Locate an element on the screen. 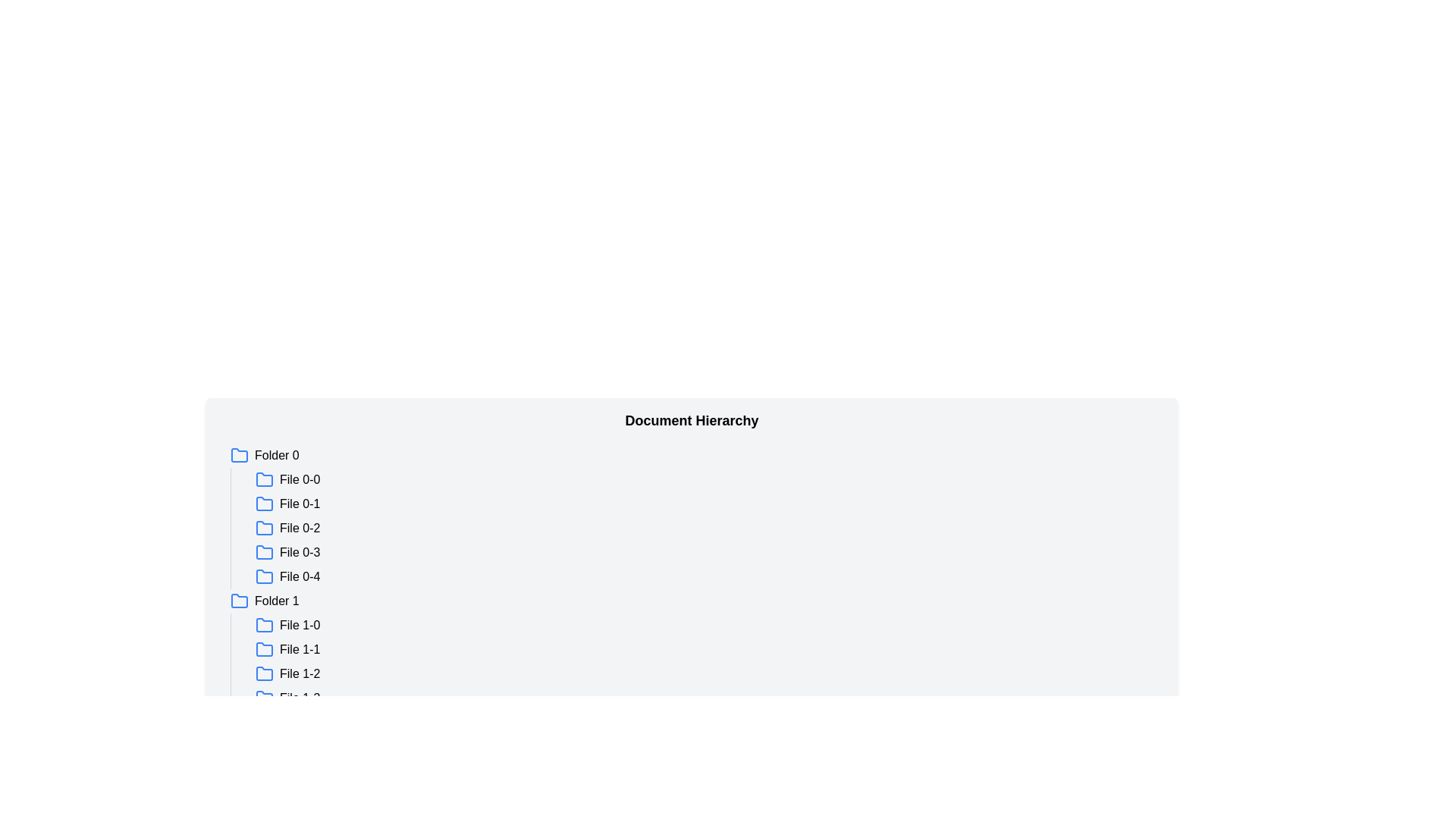  text of the label displaying 'File 0-0', which is positioned to the right of a blue folder icon, under the 'Folder 0' header is located at coordinates (300, 479).